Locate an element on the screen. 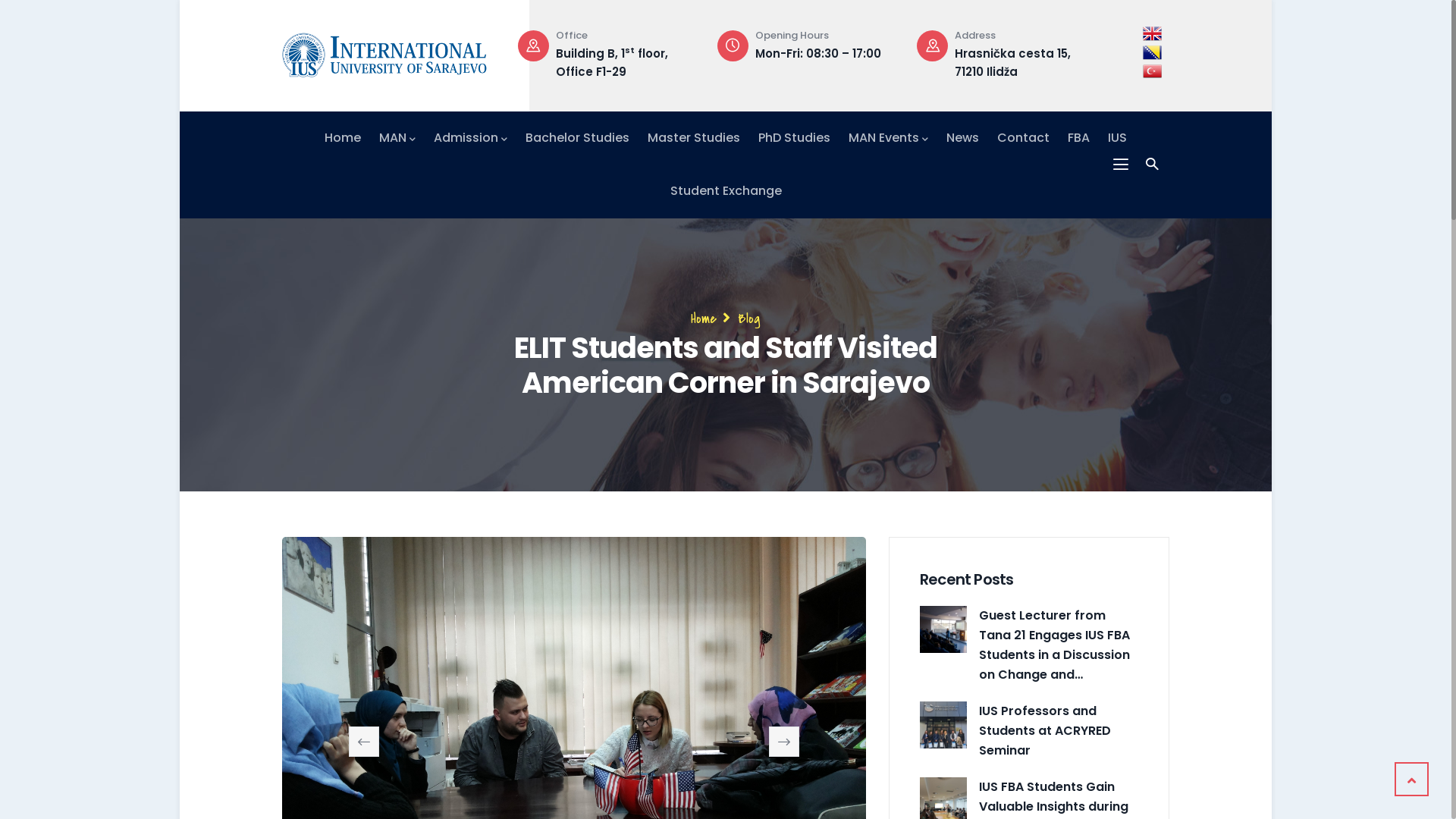  'MAN' is located at coordinates (397, 137).